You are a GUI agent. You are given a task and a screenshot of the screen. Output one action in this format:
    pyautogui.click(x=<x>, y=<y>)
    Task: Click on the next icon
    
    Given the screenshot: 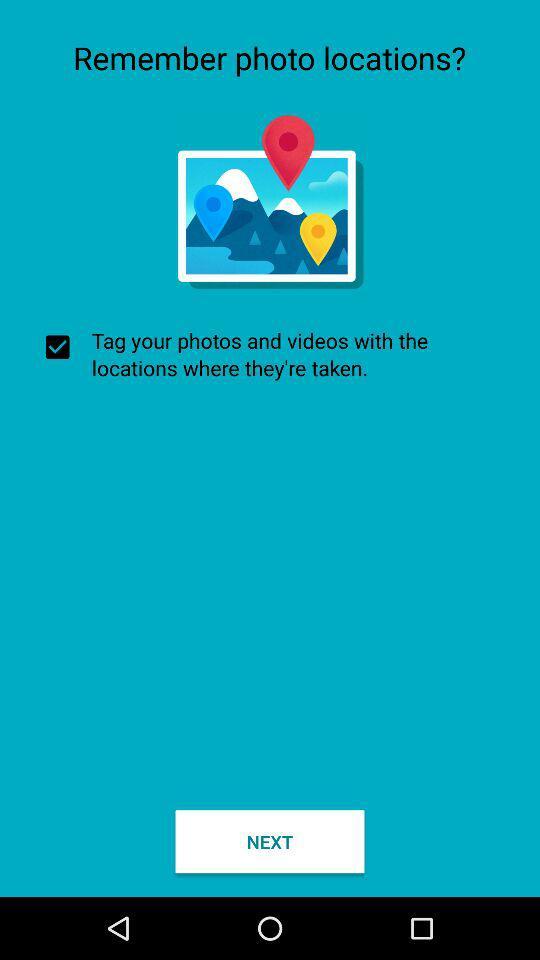 What is the action you would take?
    pyautogui.click(x=270, y=840)
    